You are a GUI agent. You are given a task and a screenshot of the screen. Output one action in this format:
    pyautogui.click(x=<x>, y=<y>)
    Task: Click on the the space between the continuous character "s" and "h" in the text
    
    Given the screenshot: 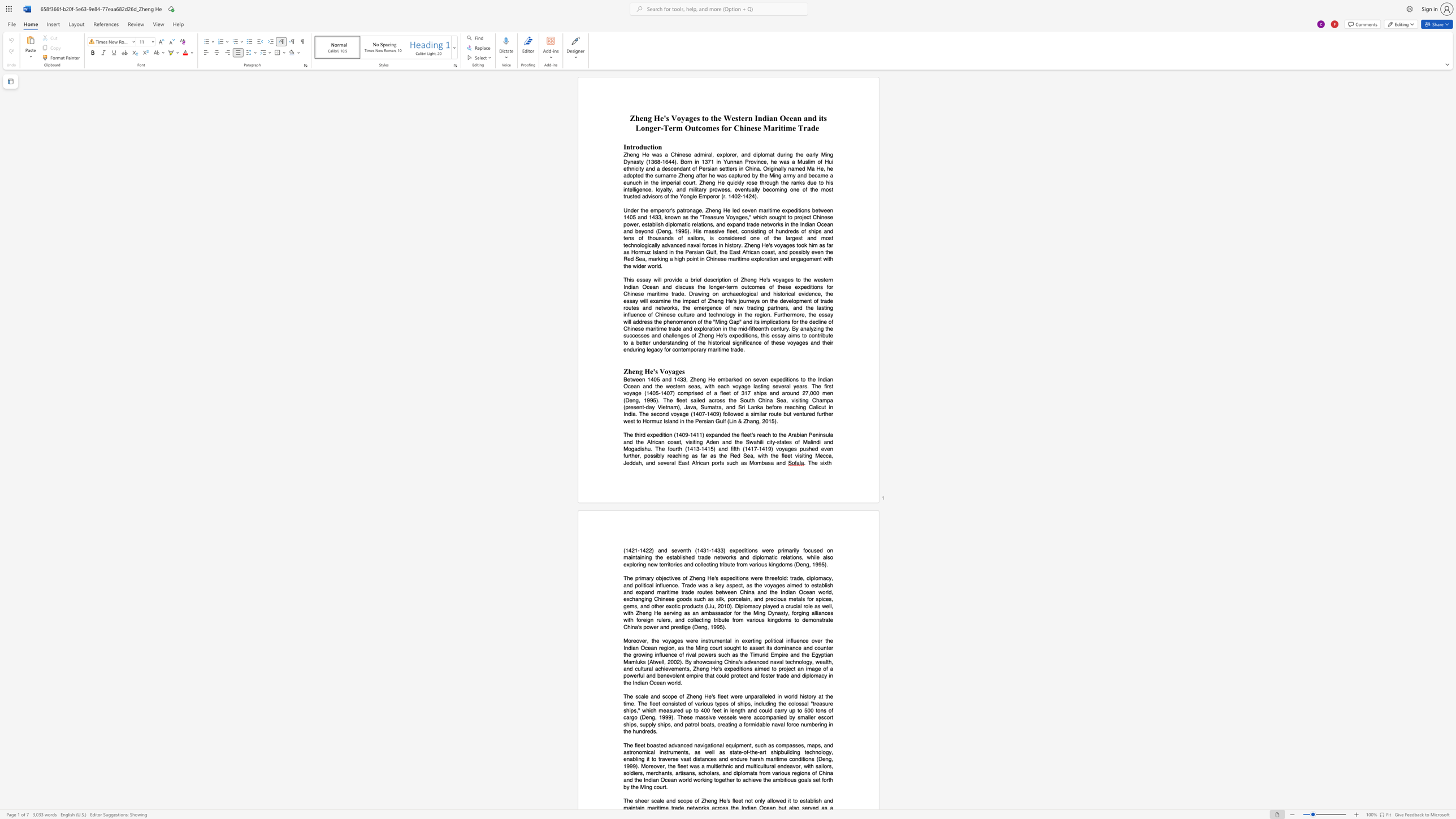 What is the action you would take?
    pyautogui.click(x=638, y=800)
    